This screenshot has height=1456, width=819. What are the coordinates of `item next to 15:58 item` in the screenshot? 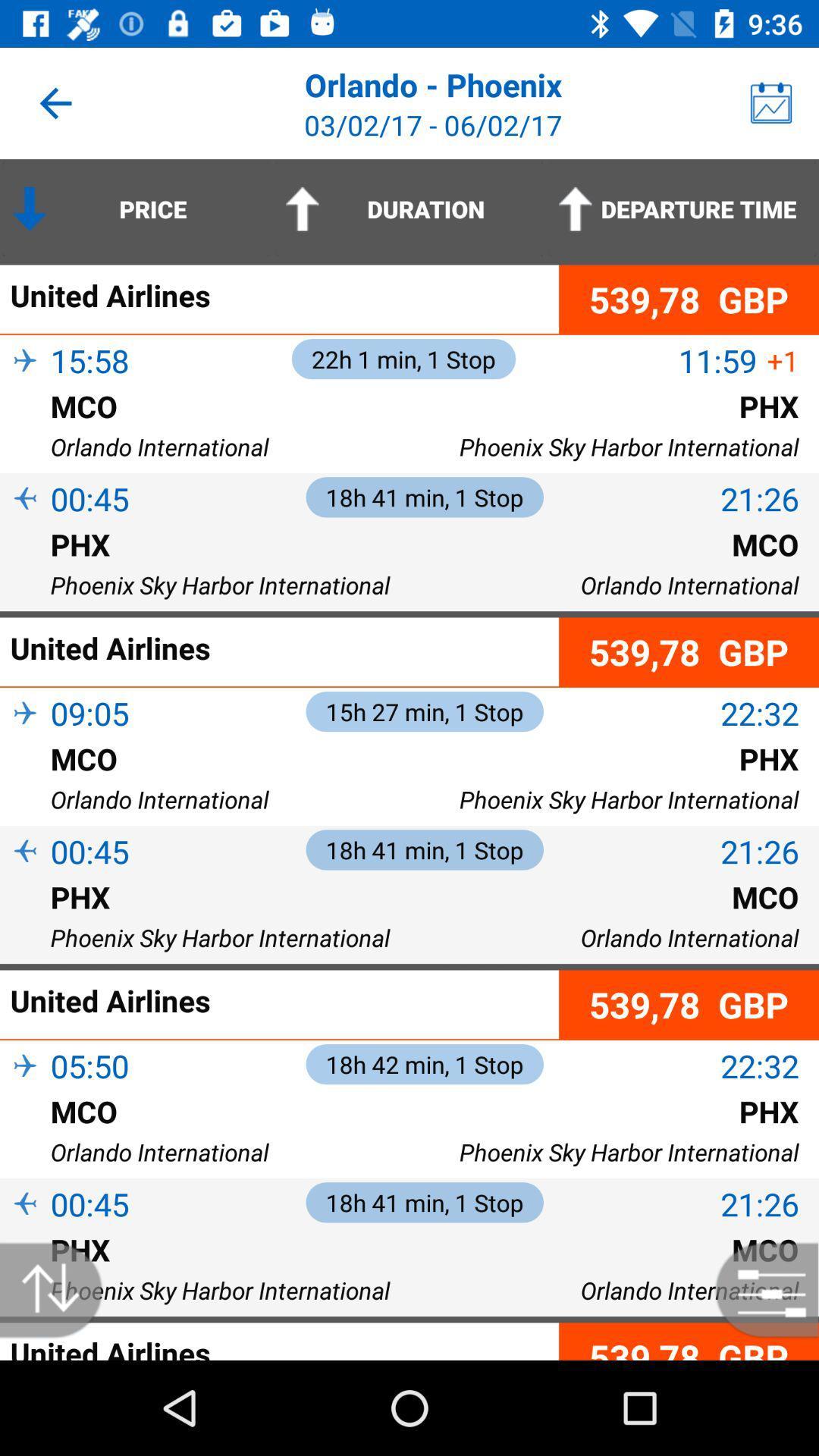 It's located at (25, 386).